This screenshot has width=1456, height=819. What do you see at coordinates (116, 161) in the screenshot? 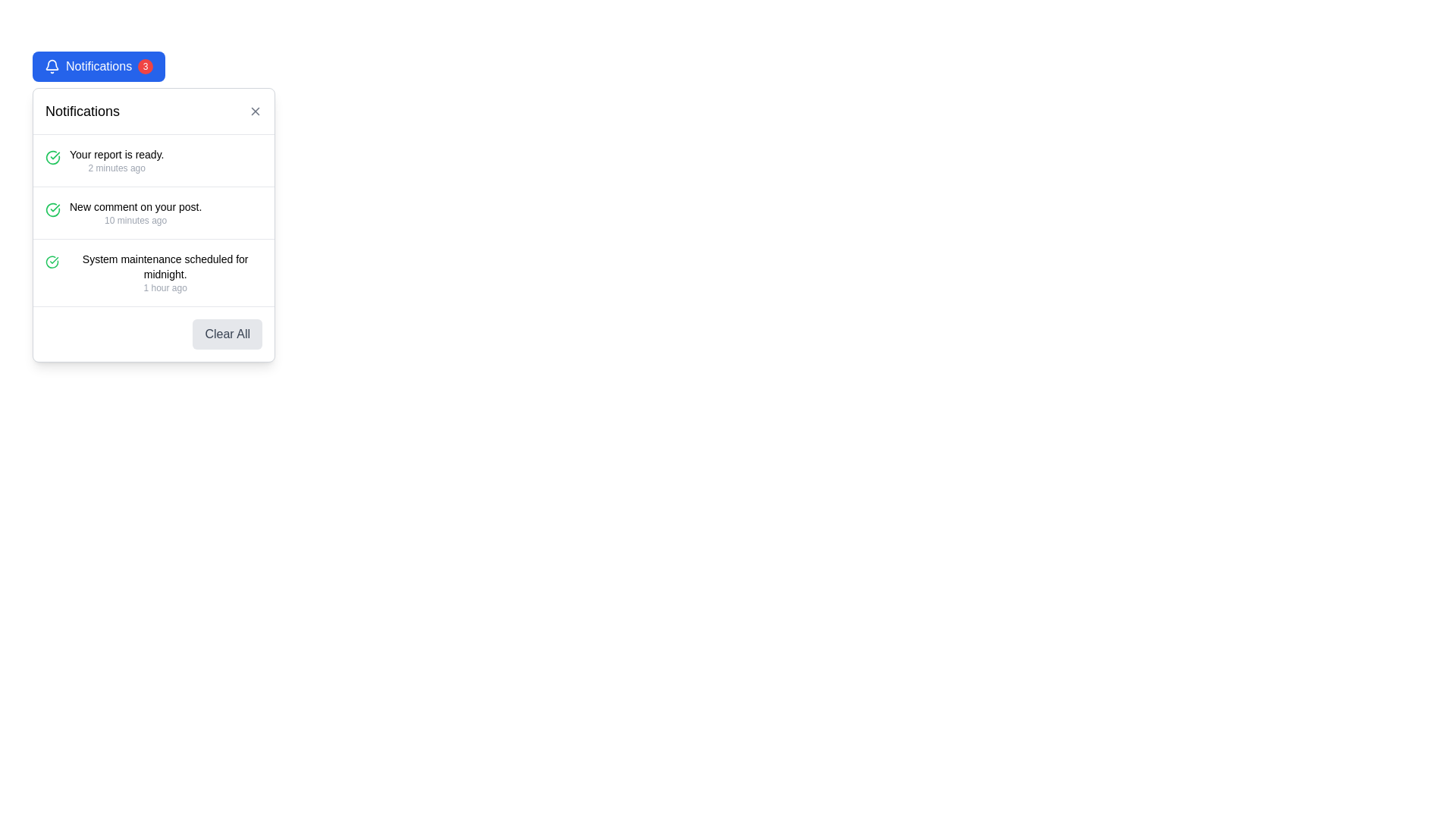
I see `the notification item that displays 'Your report is ready.' in bold and '2 minutes ago.' in gray, located below a green check icon` at bounding box center [116, 161].